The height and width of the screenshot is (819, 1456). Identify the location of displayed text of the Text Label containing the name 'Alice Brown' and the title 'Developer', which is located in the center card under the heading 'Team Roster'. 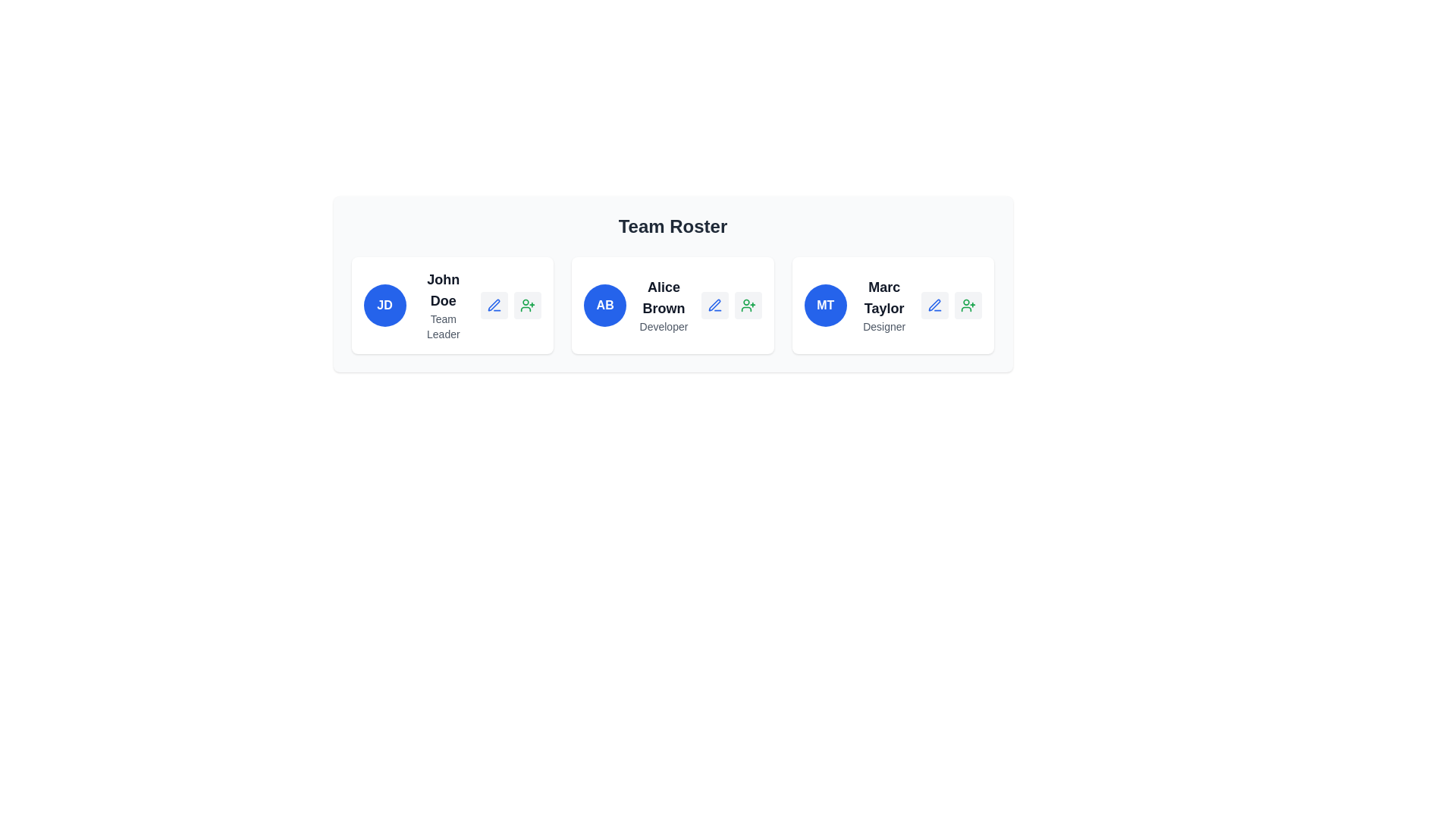
(664, 305).